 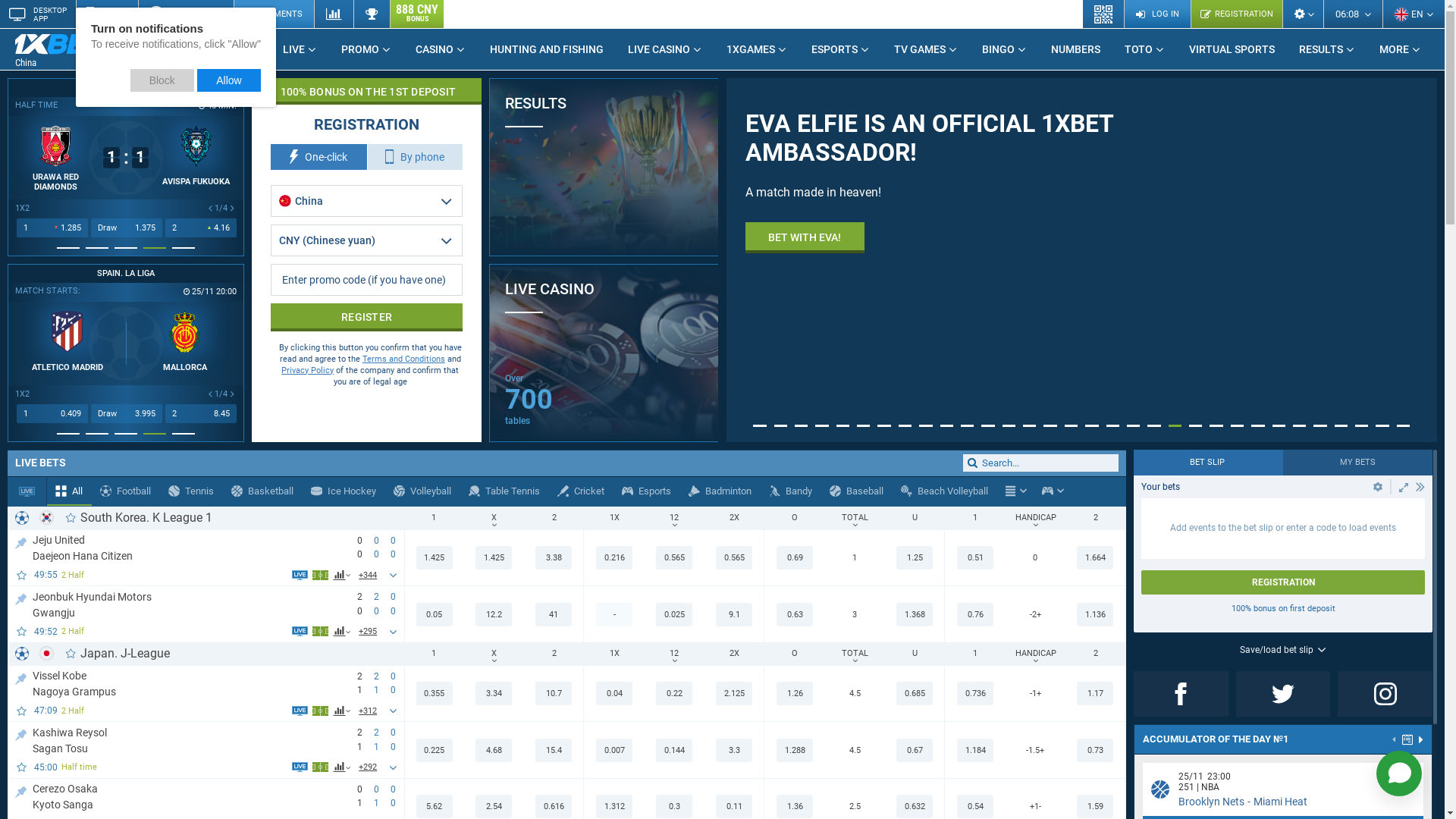 I want to click on 'Add event to favorites', so click(x=22, y=767).